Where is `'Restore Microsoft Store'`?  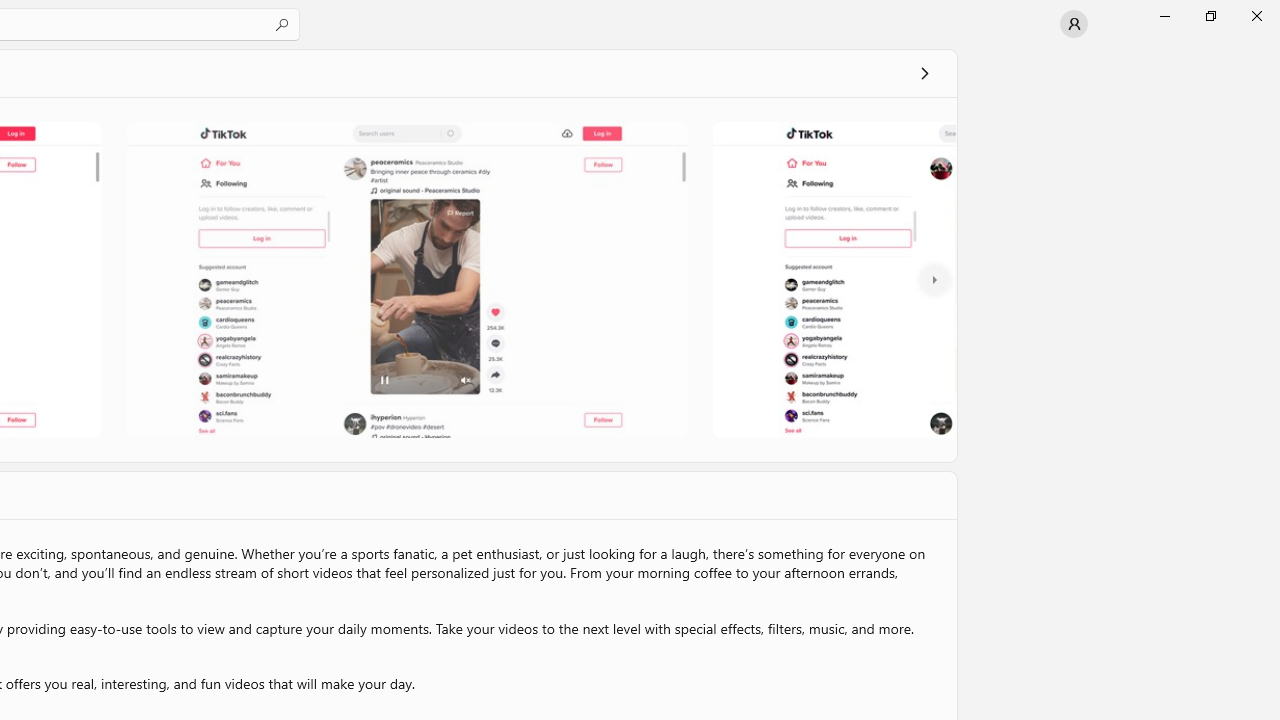 'Restore Microsoft Store' is located at coordinates (1209, 15).